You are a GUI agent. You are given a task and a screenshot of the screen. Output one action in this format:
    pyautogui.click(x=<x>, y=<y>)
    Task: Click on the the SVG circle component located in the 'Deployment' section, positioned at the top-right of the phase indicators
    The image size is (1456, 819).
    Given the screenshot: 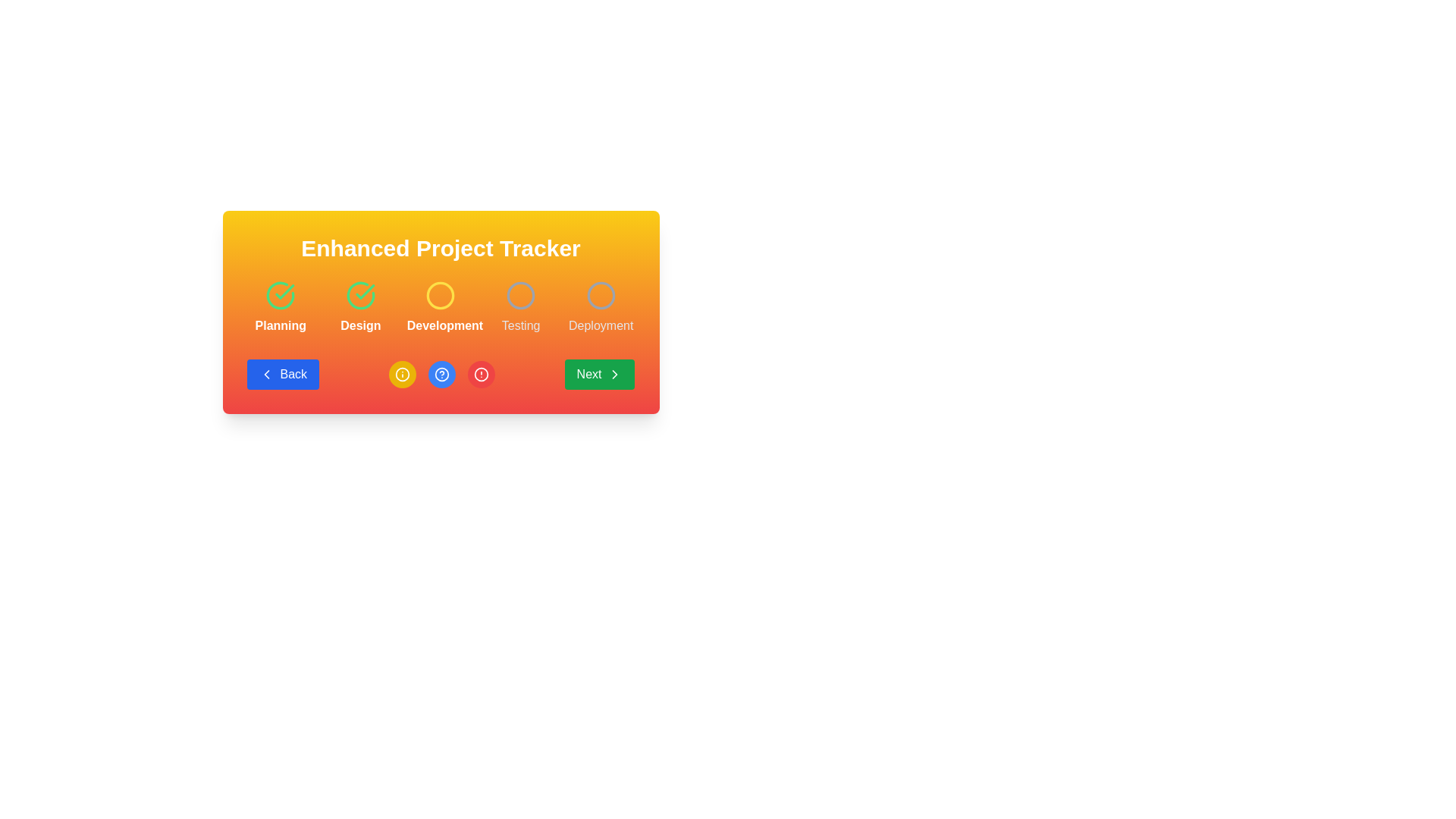 What is the action you would take?
    pyautogui.click(x=600, y=295)
    